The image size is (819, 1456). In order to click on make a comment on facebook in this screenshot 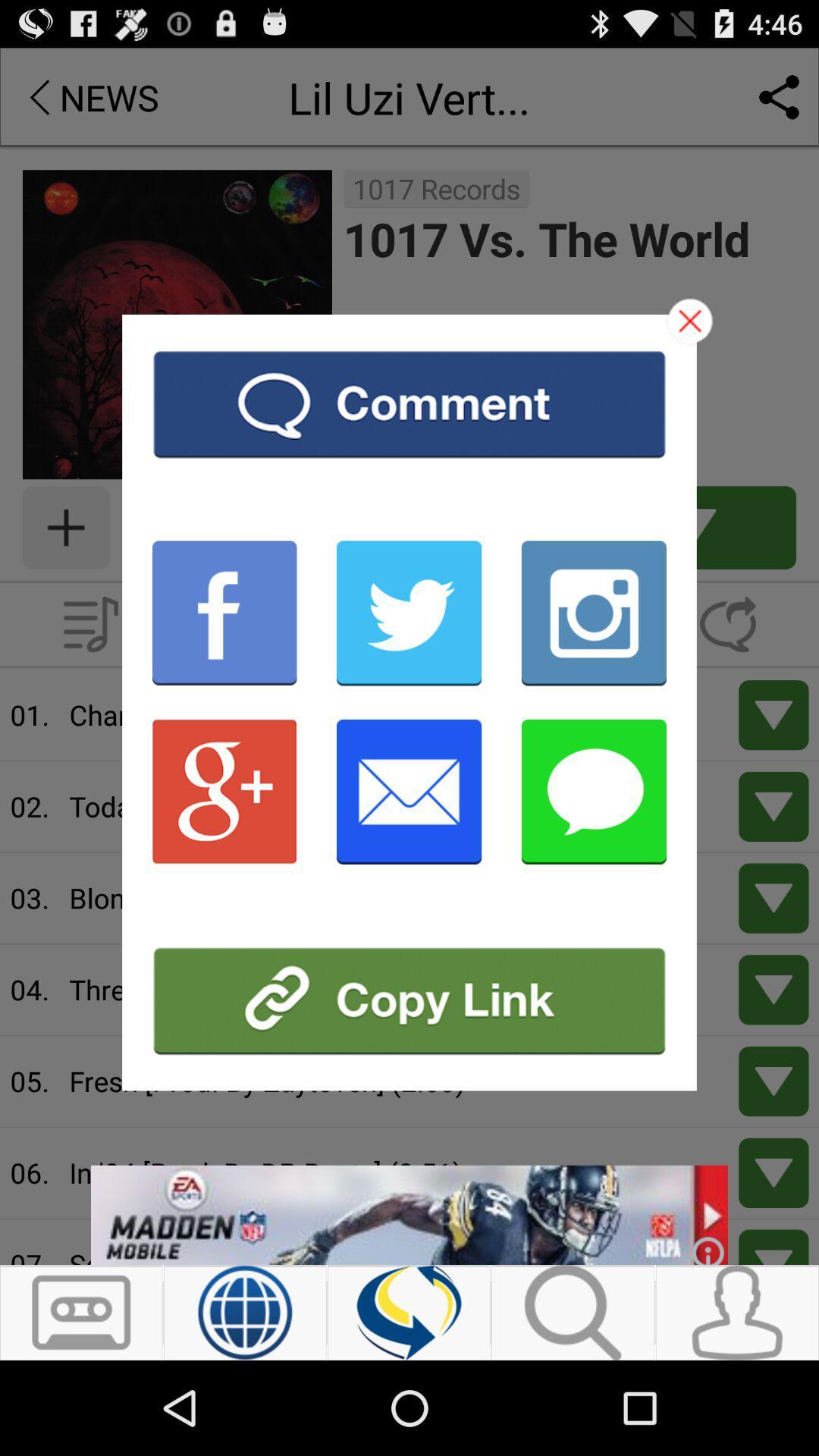, I will do `click(224, 613)`.